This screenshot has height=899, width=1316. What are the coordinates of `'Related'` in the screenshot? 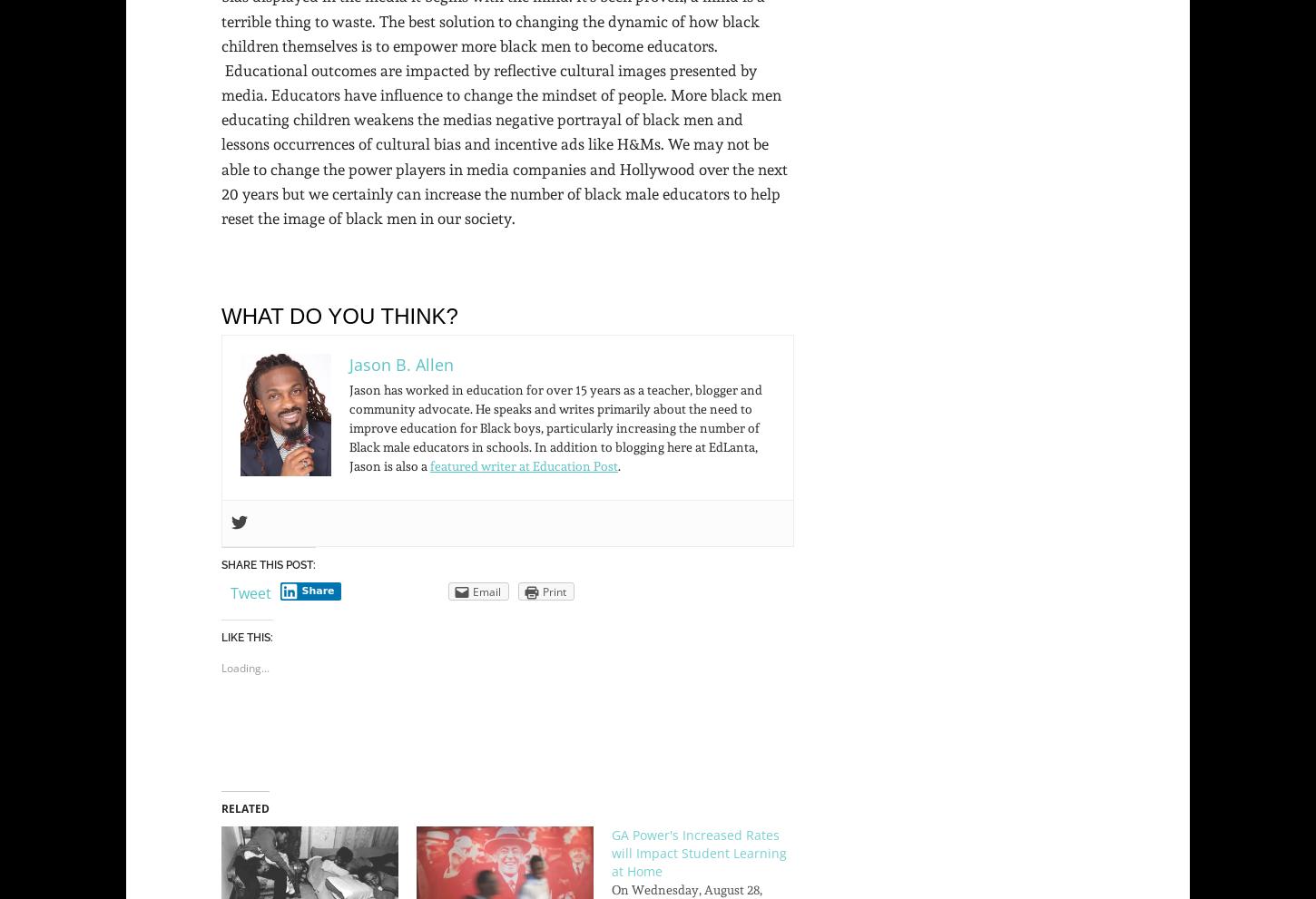 It's located at (245, 808).